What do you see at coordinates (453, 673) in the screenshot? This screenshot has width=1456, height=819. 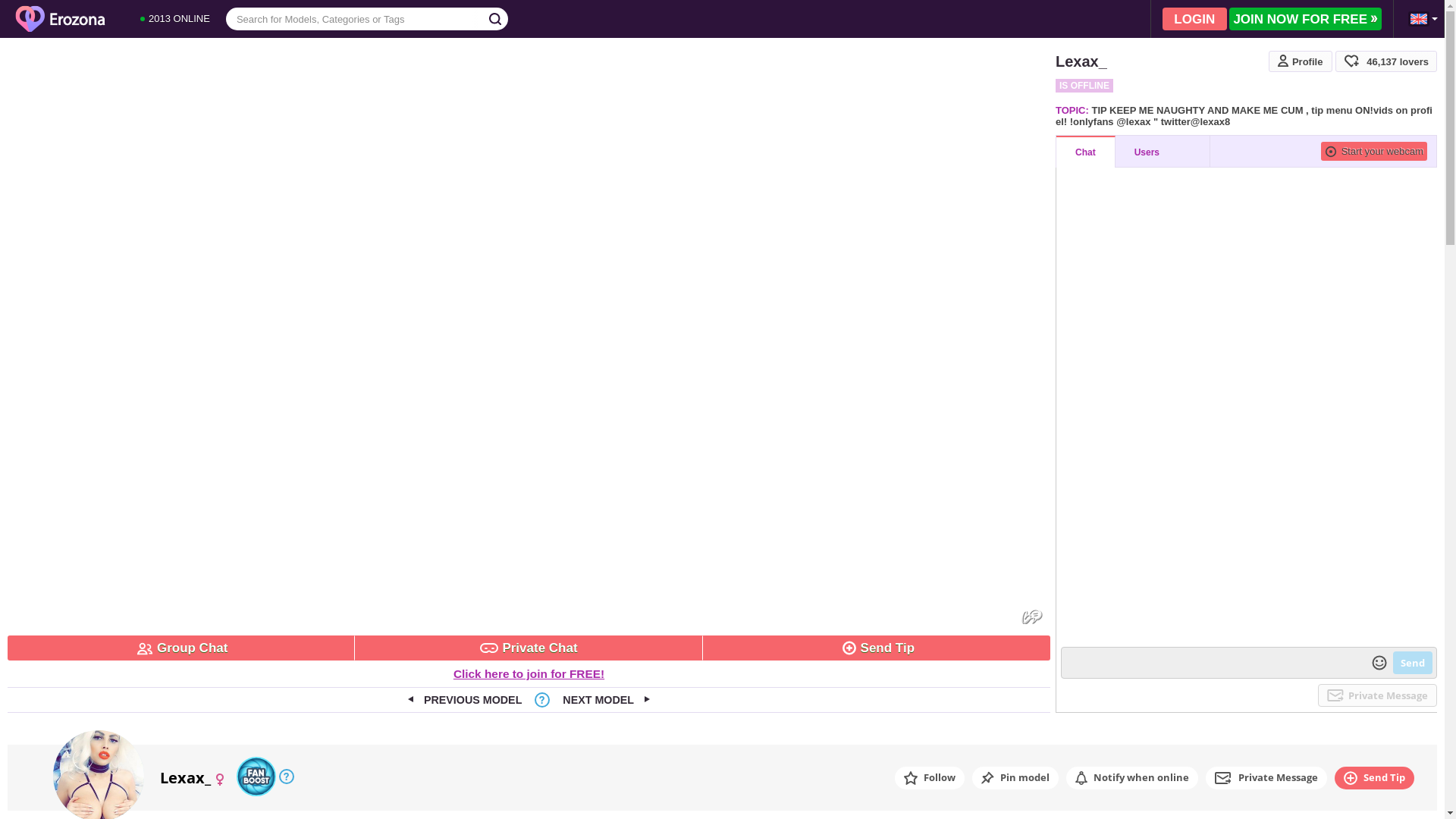 I see `'Click here to join for FREE!'` at bounding box center [453, 673].